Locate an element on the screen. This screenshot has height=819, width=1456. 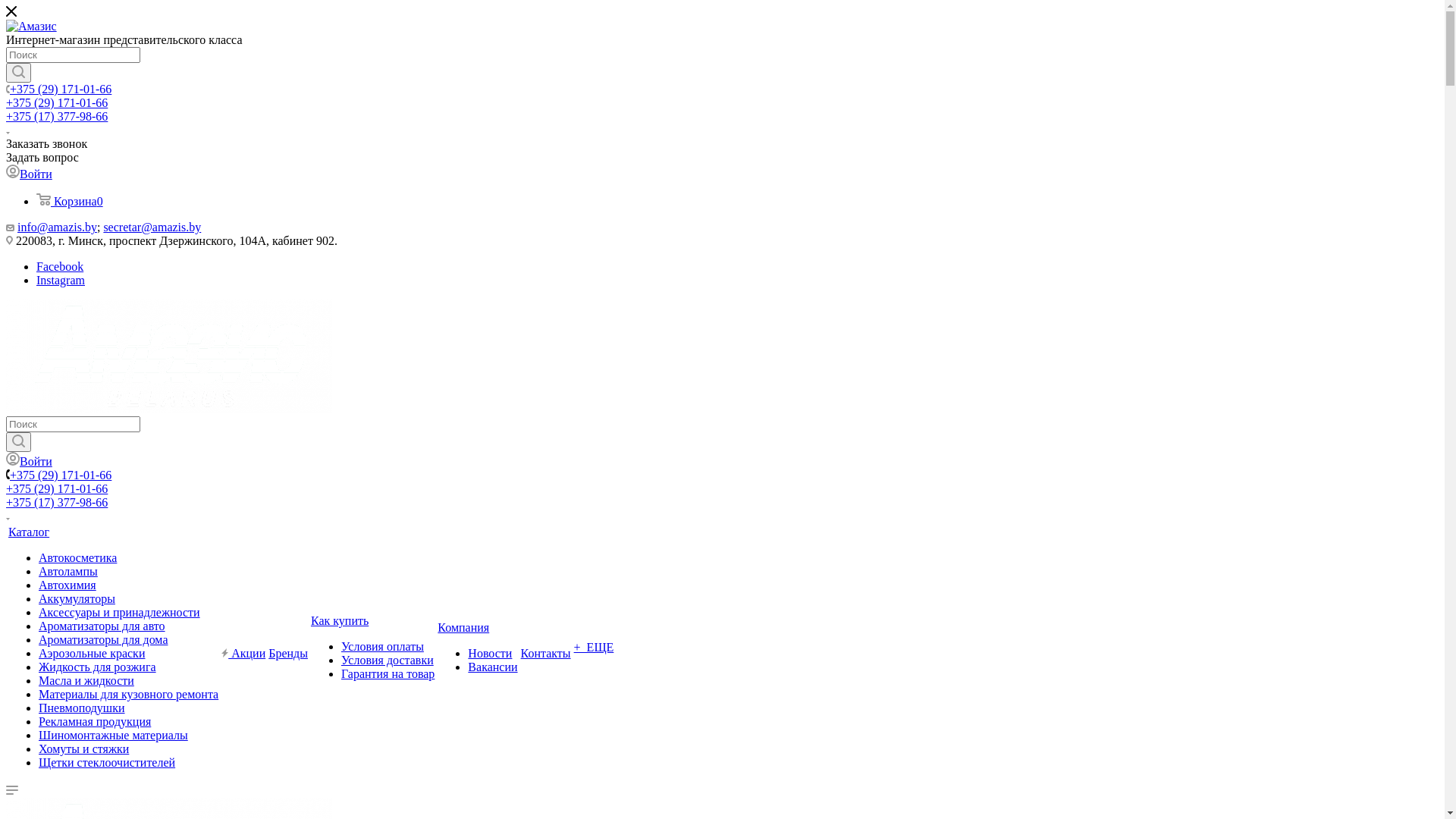
'Facebook' is located at coordinates (59, 265).